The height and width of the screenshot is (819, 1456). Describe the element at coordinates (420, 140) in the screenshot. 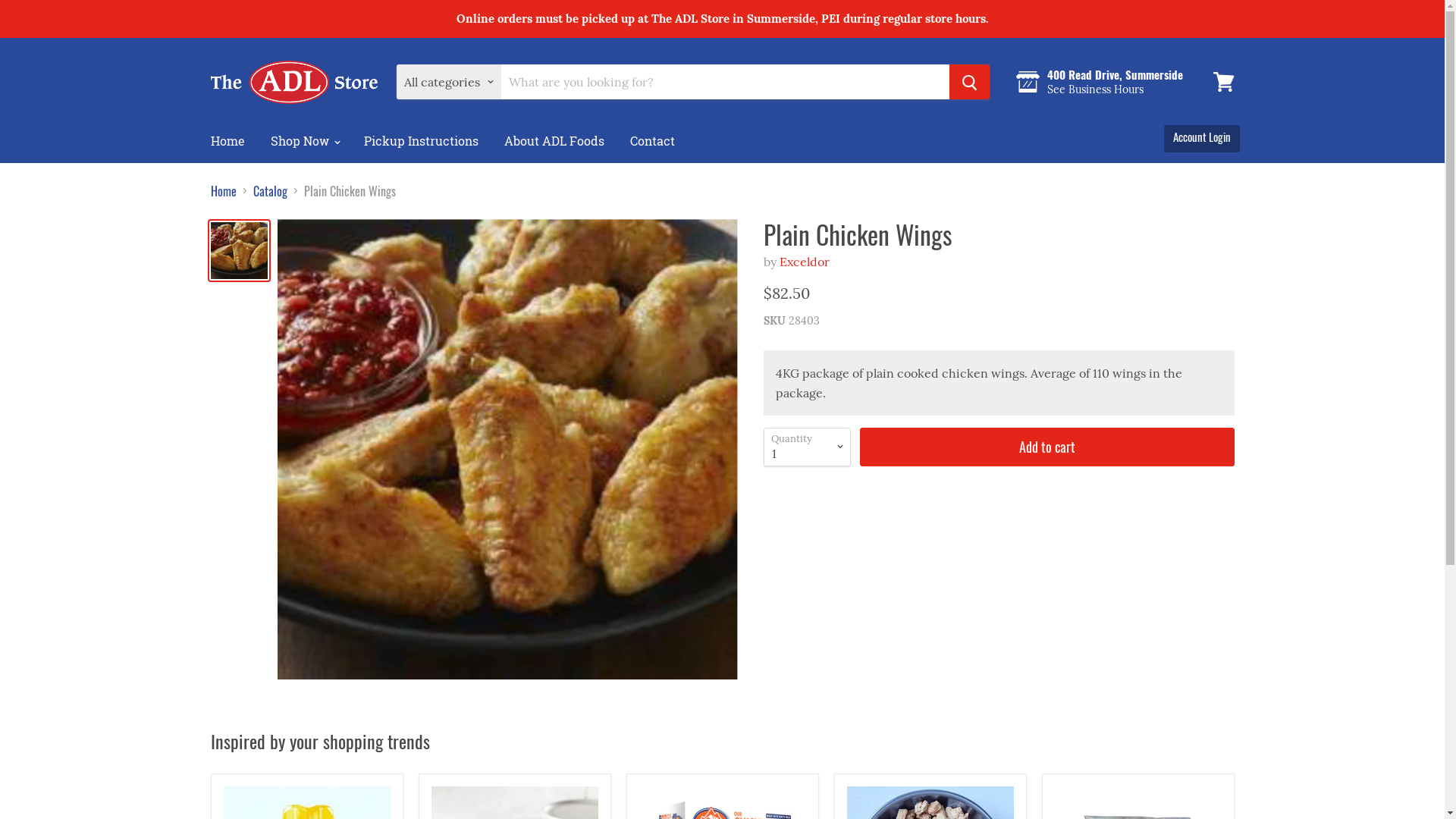

I see `'Pickup Instructions'` at that location.